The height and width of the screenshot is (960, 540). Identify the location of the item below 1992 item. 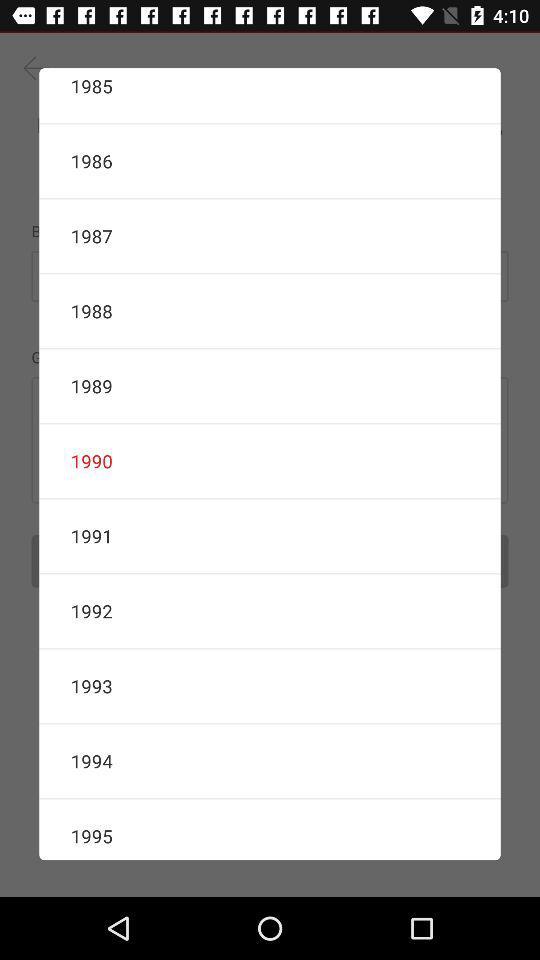
(270, 686).